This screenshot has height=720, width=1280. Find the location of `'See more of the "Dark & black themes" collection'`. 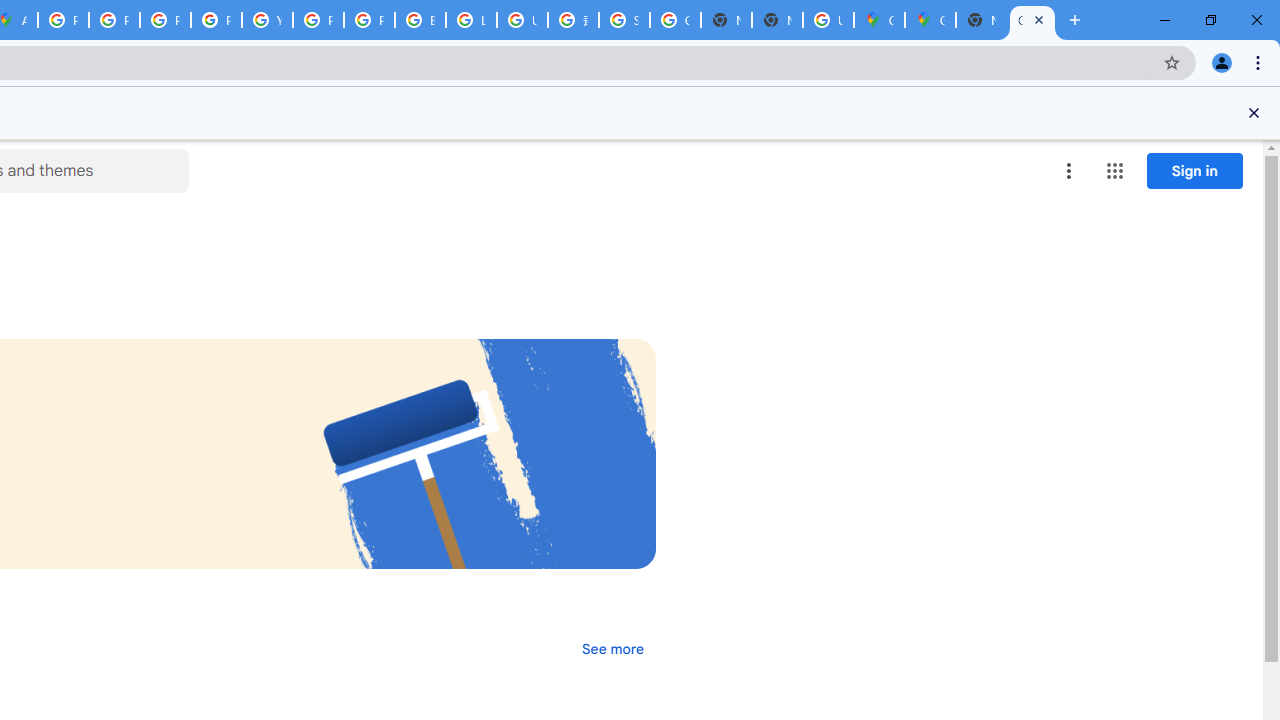

'See more of the "Dark & black themes" collection' is located at coordinates (611, 649).